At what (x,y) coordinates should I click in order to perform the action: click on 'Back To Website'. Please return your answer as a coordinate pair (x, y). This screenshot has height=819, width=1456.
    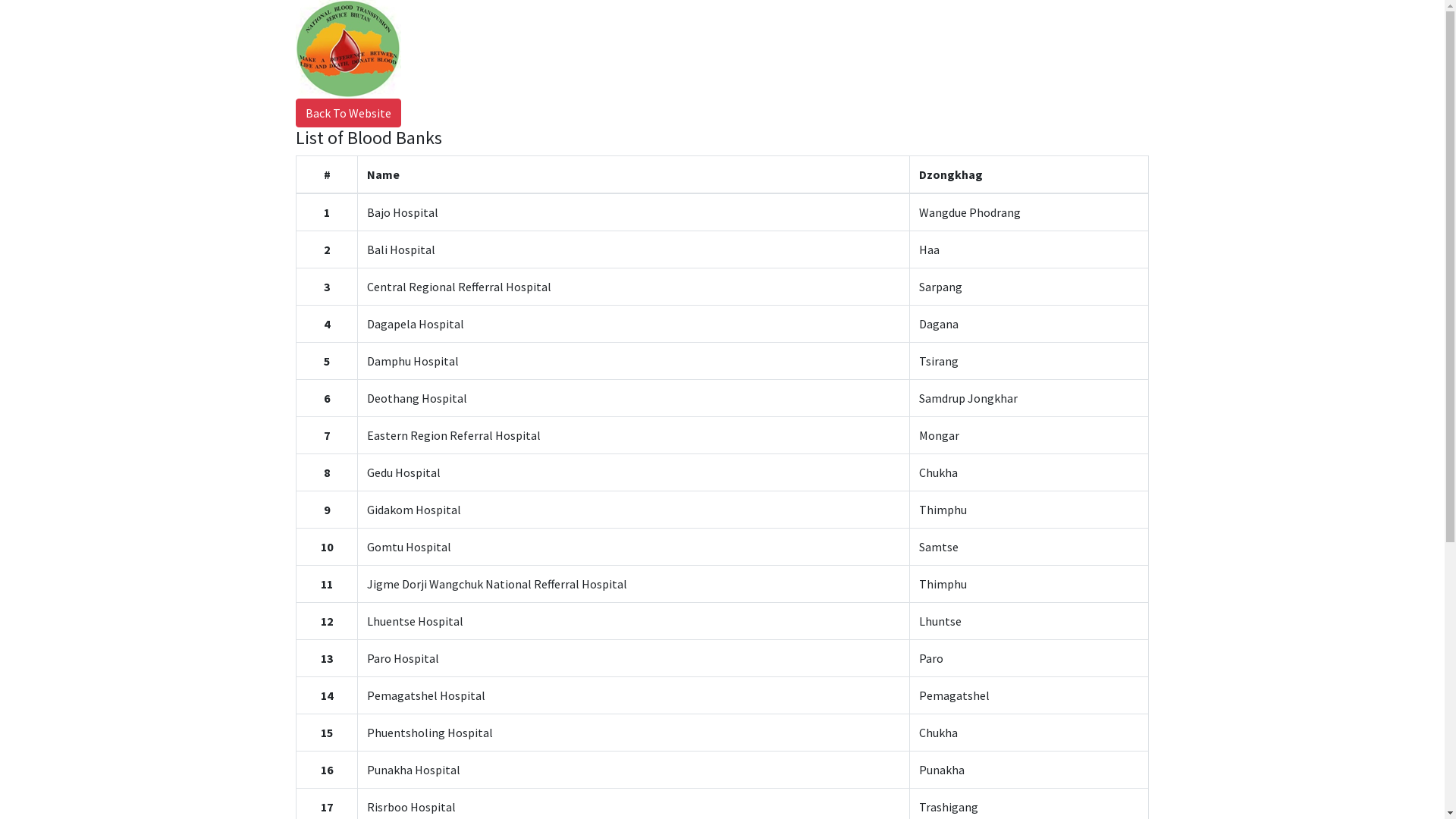
    Looking at the image, I should click on (347, 112).